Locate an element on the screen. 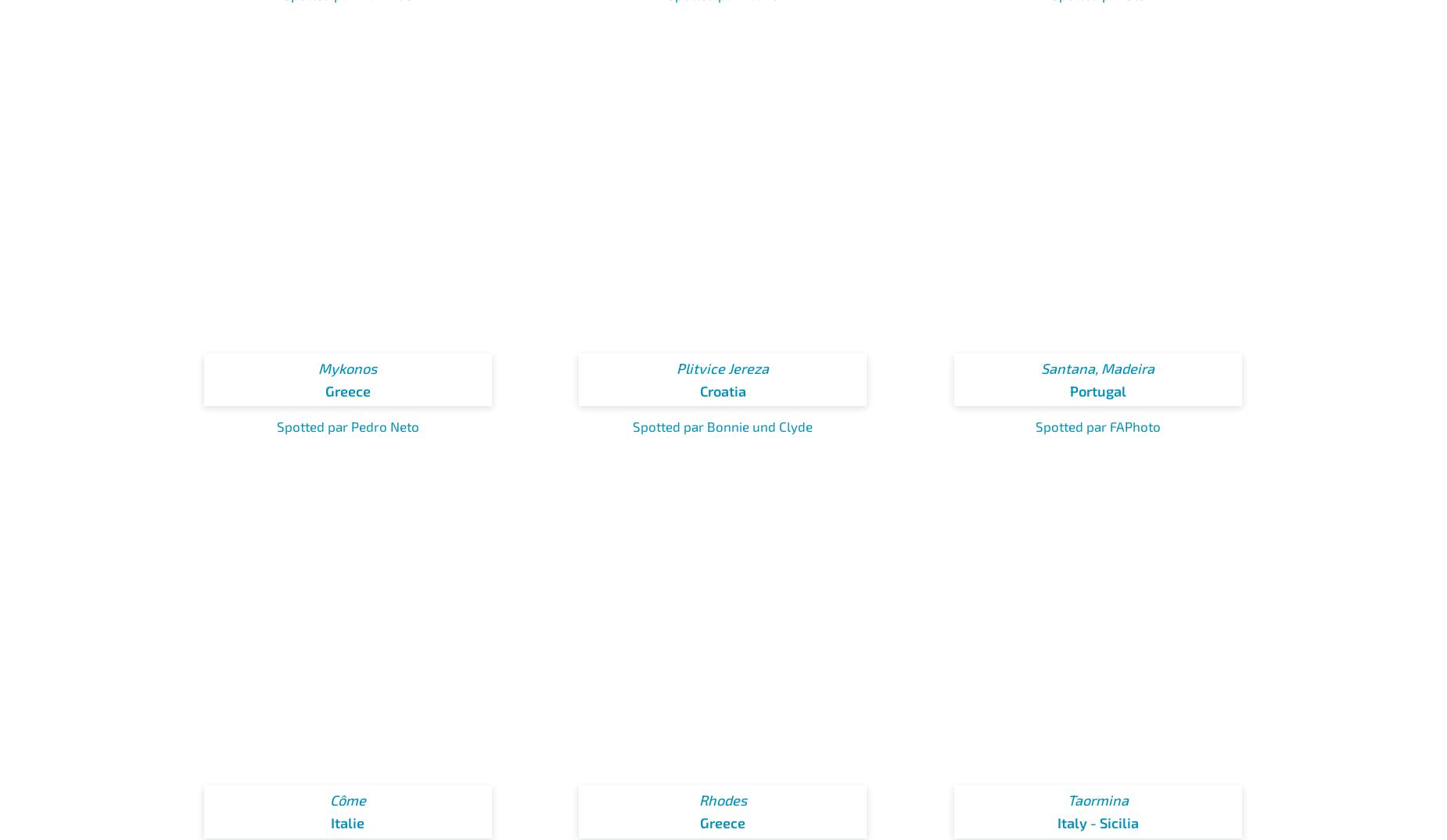 The image size is (1447, 840). 'Côme' is located at coordinates (346, 799).